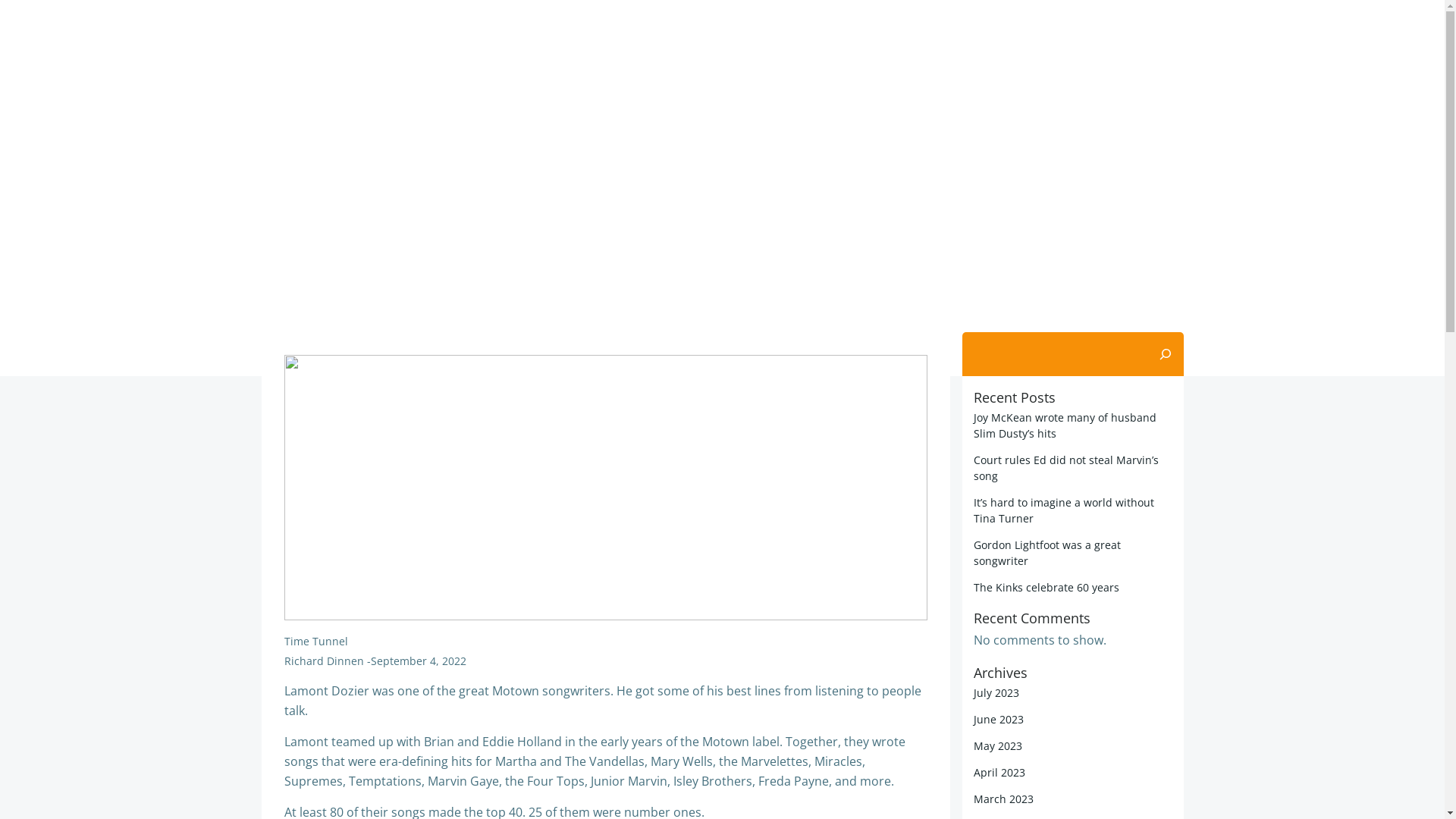  What do you see at coordinates (973, 772) in the screenshot?
I see `'April 2023'` at bounding box center [973, 772].